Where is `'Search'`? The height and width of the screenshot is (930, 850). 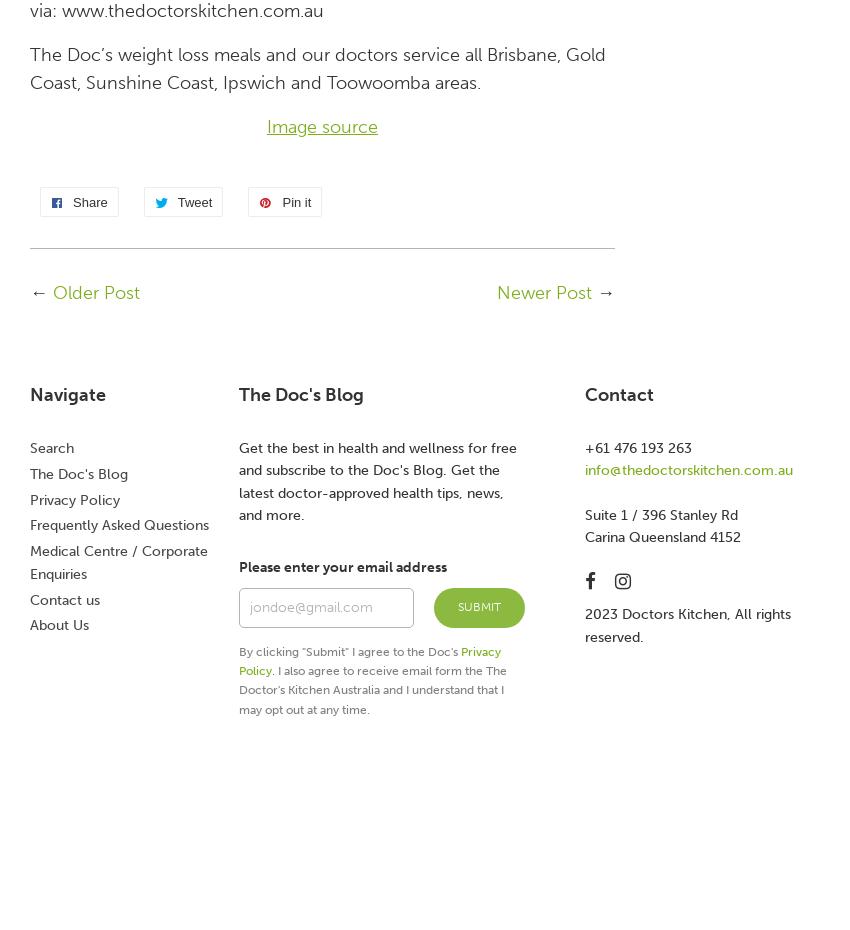 'Search' is located at coordinates (29, 447).